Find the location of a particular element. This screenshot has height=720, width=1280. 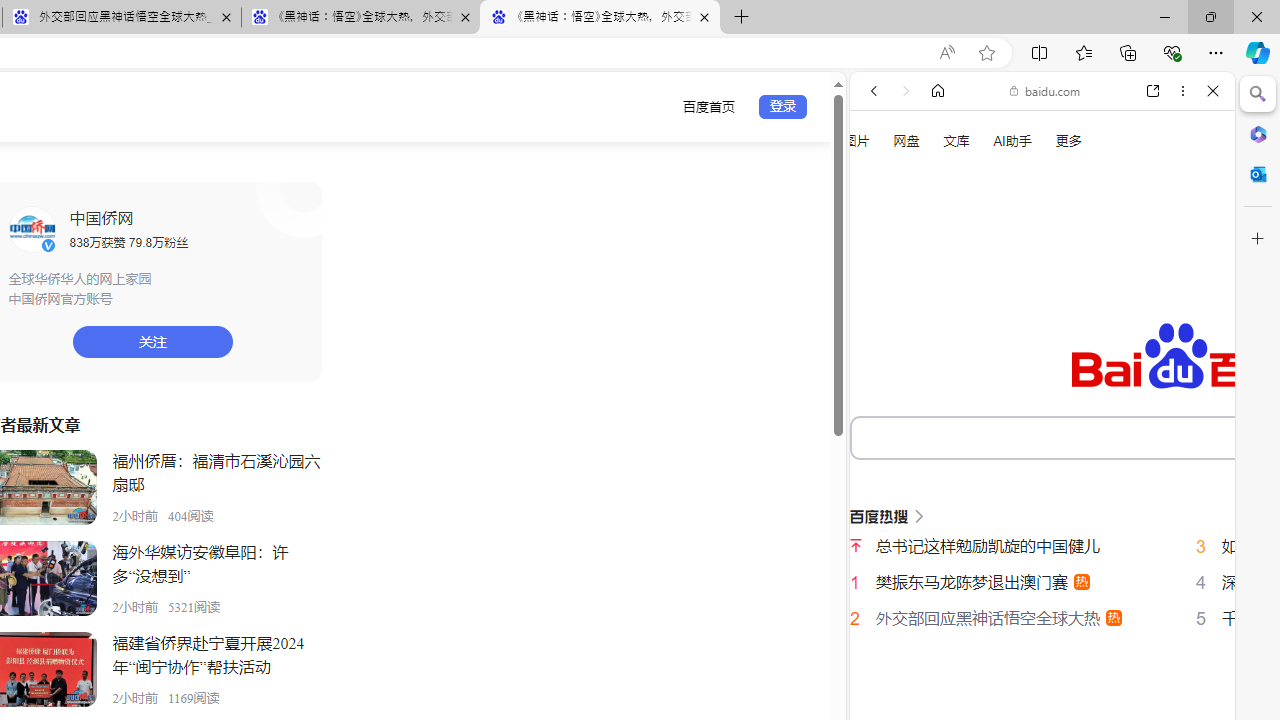

'Search the web' is located at coordinates (1051, 137).